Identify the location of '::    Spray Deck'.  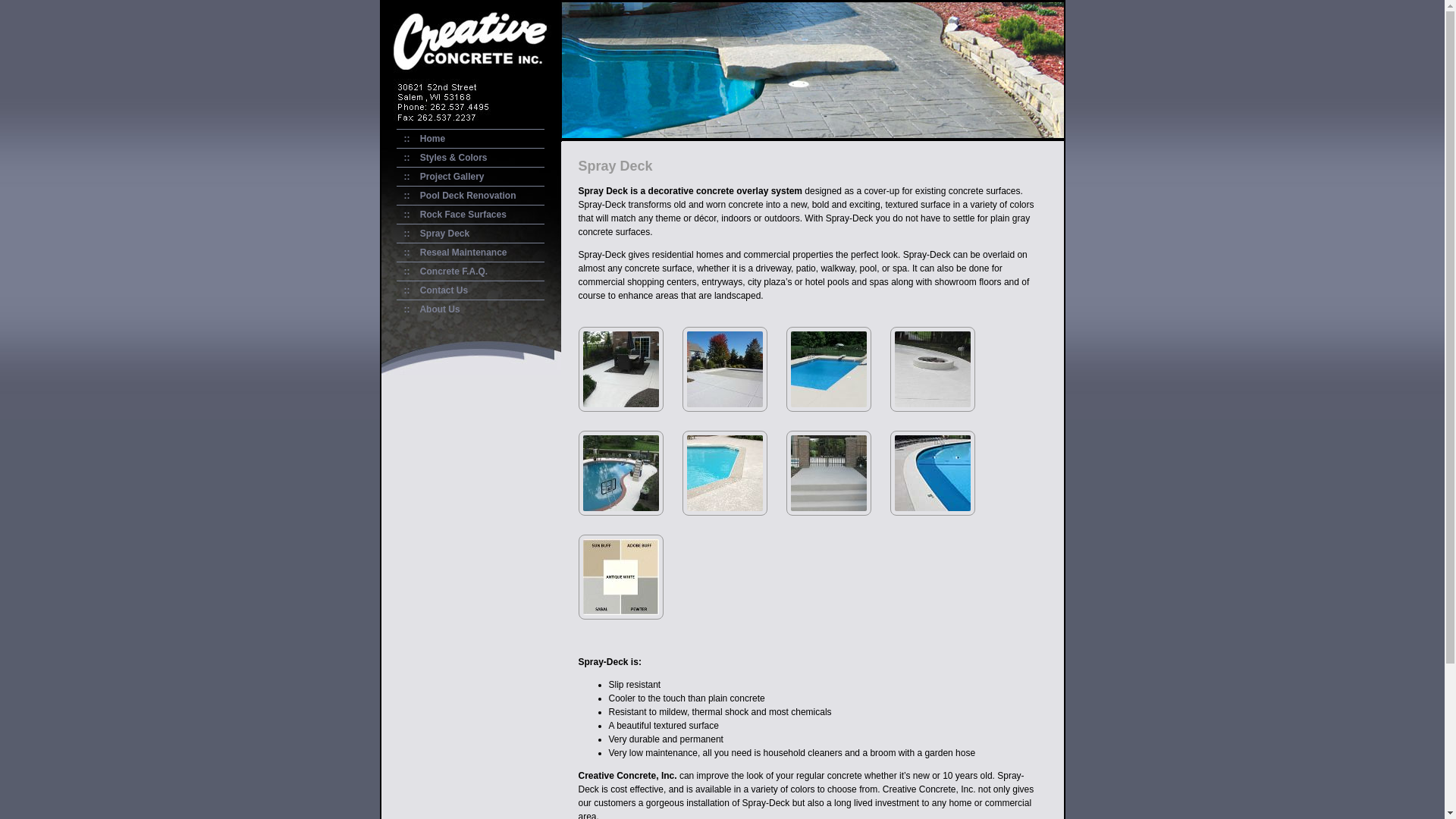
(431, 234).